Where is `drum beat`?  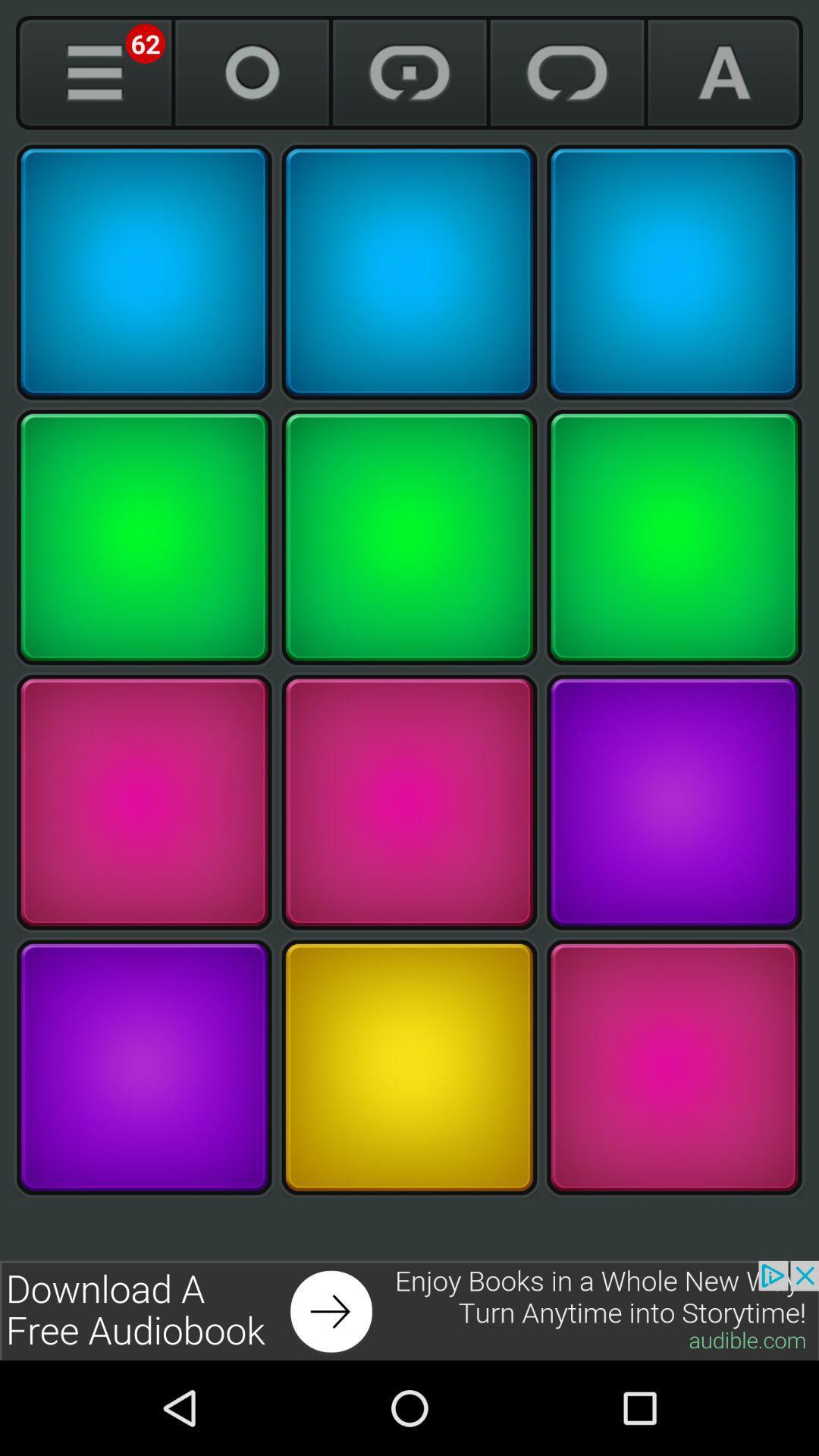 drum beat is located at coordinates (673, 1066).